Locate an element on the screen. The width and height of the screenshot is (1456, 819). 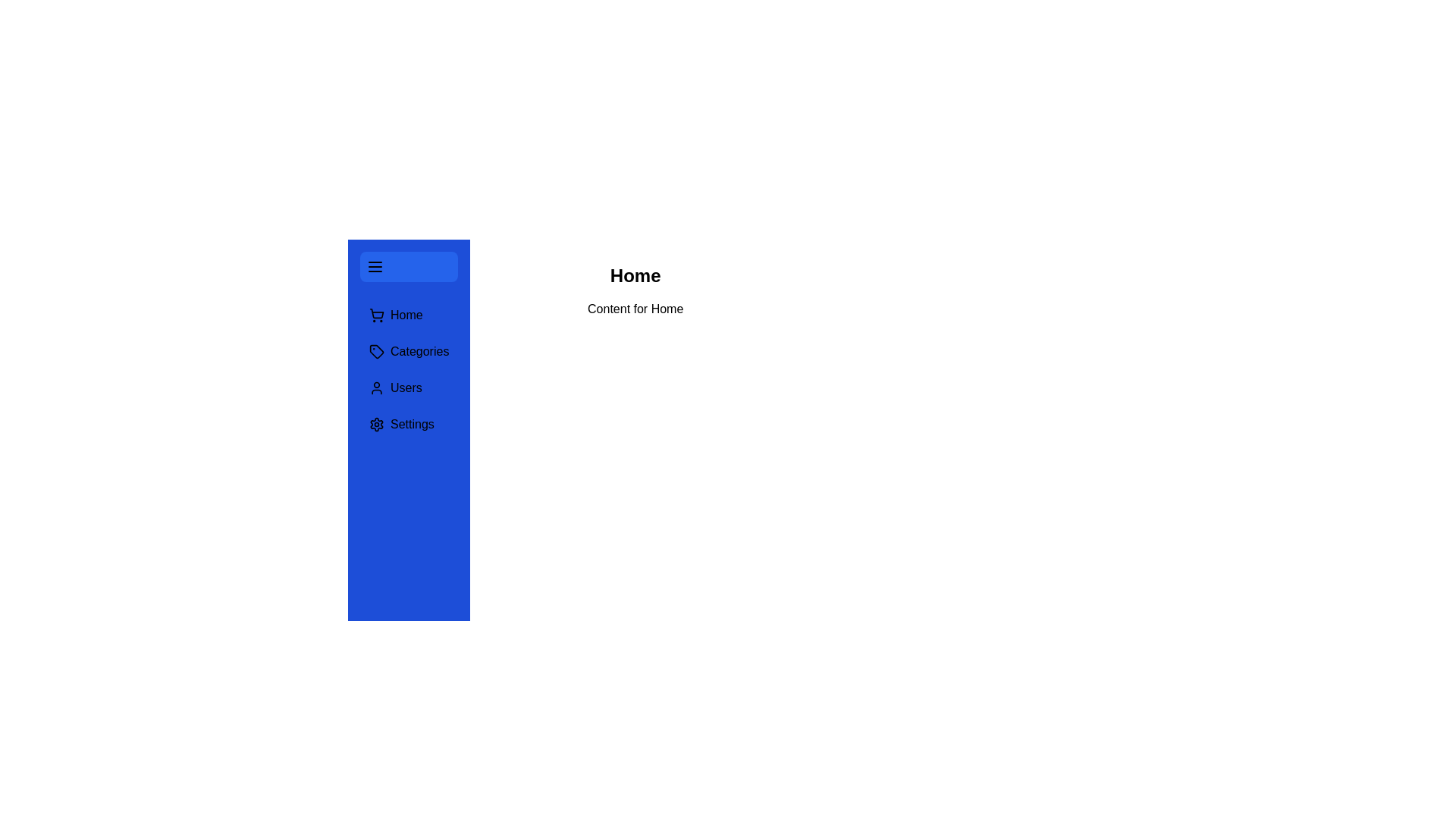
the Settings section from the menu is located at coordinates (409, 424).